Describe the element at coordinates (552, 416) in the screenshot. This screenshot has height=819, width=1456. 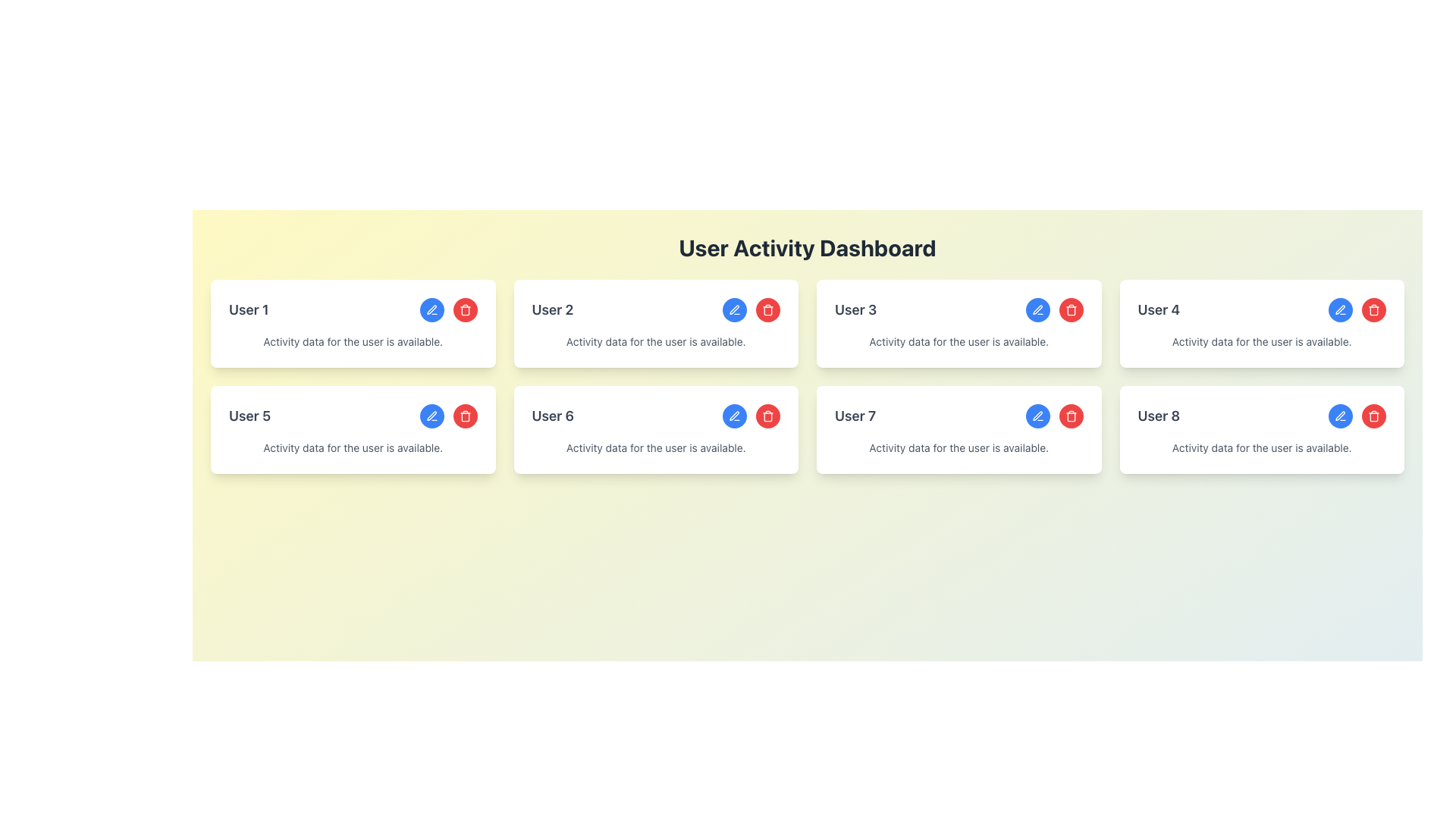
I see `the user name label located in the second row, second column of the user card grid on the dashboard, positioned below 'User 2' and adjacent to 'User 5' and 'User 7'` at that location.